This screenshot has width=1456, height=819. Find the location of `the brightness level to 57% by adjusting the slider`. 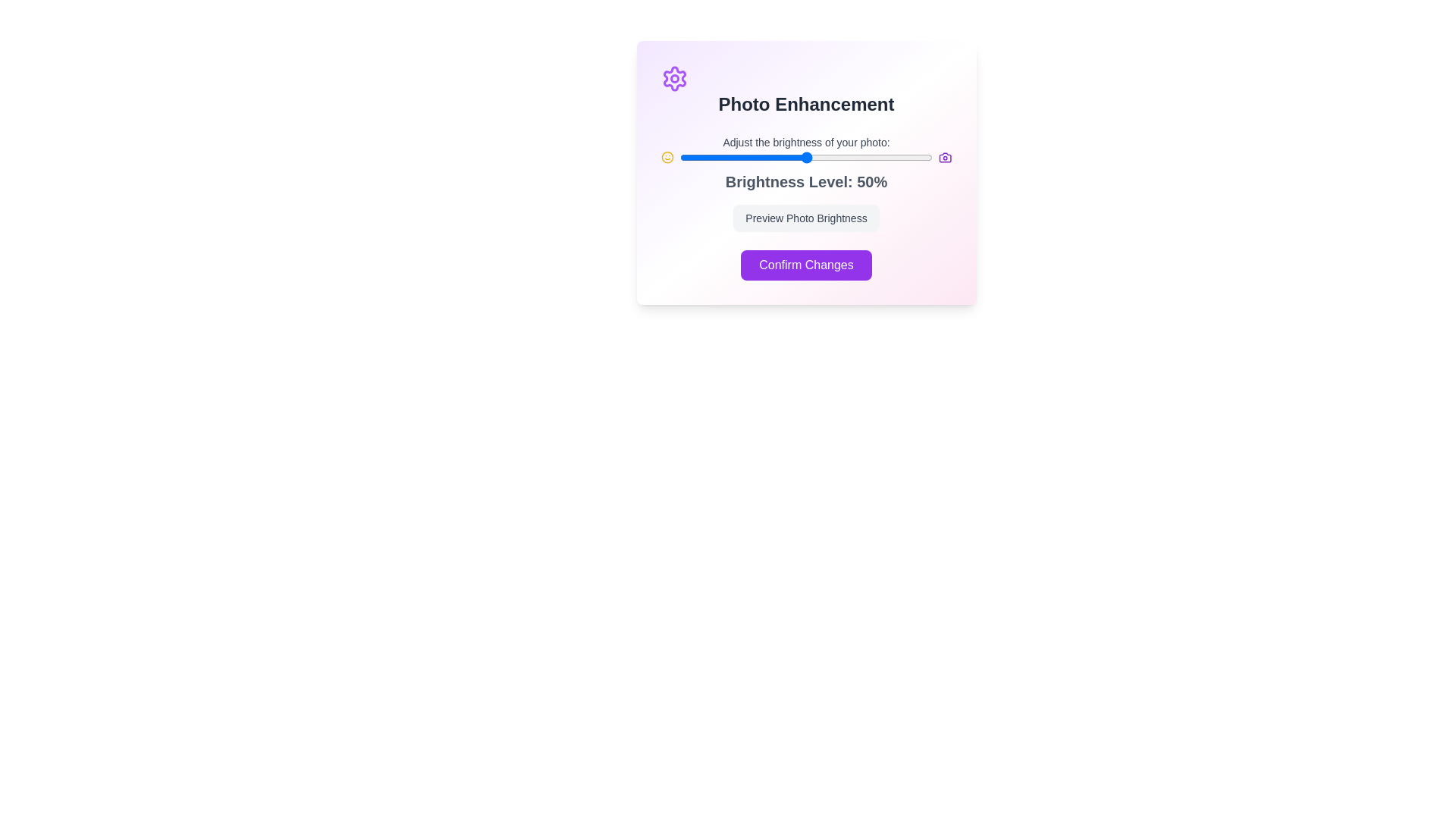

the brightness level to 57% by adjusting the slider is located at coordinates (823, 158).